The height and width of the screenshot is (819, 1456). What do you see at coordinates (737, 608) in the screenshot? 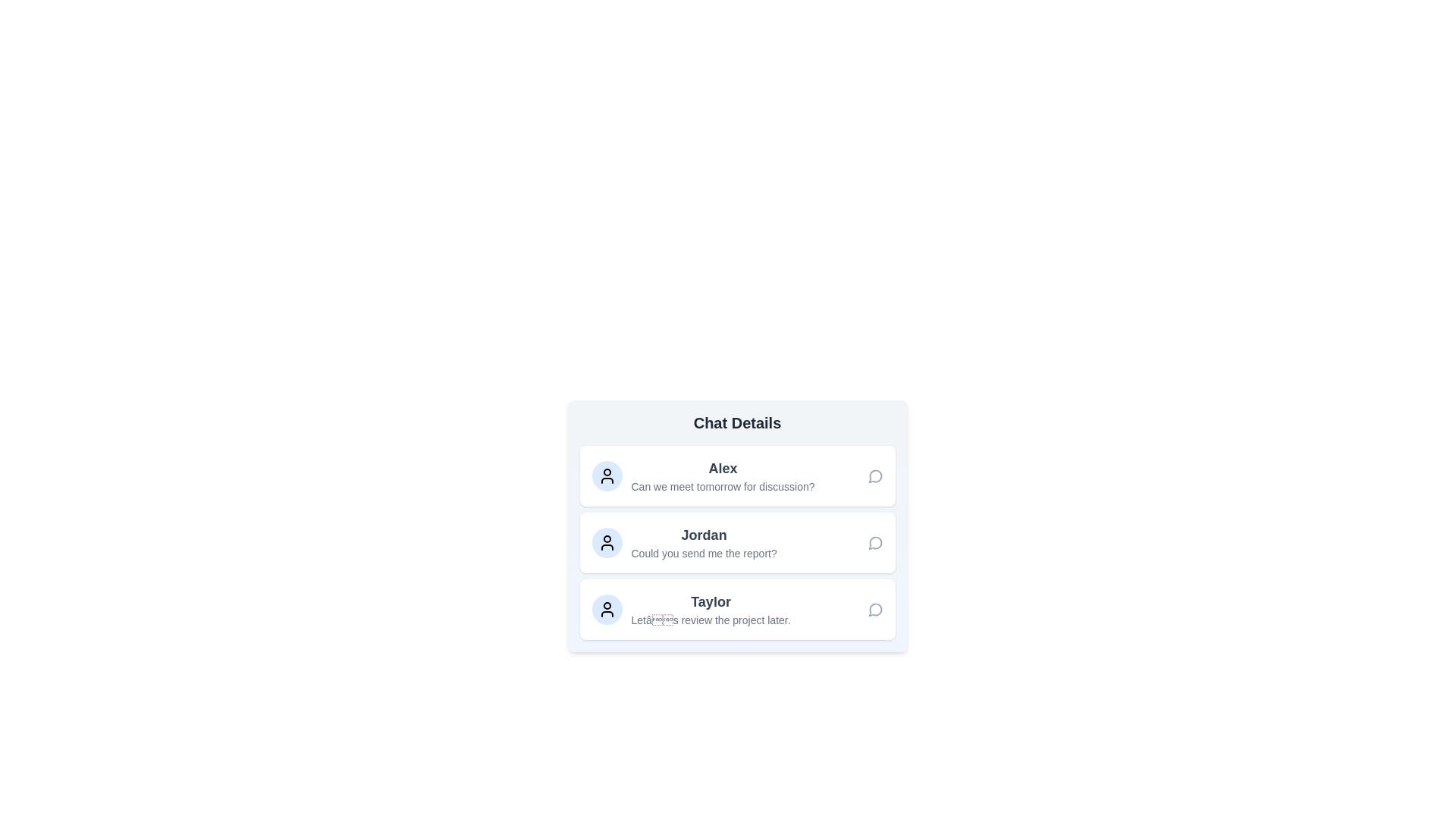
I see `the chat item corresponding to Taylor` at bounding box center [737, 608].